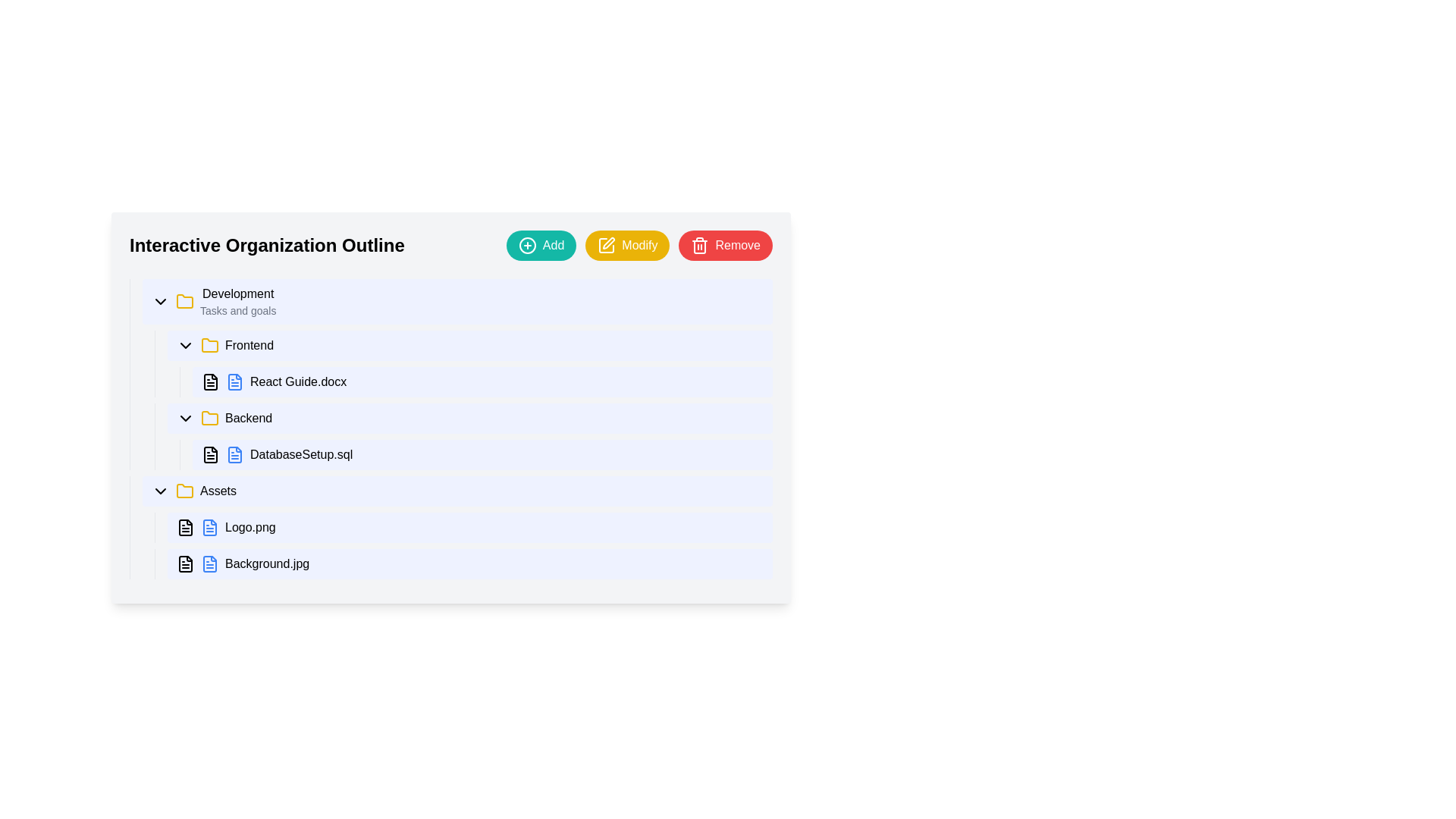 Image resolution: width=1456 pixels, height=819 pixels. What do you see at coordinates (160, 301) in the screenshot?
I see `the downward-pointing chevron arrow icon button located in the 'Development' section header, which is styled with a minimalistic design and positioned next to the yellow folder icon` at bounding box center [160, 301].